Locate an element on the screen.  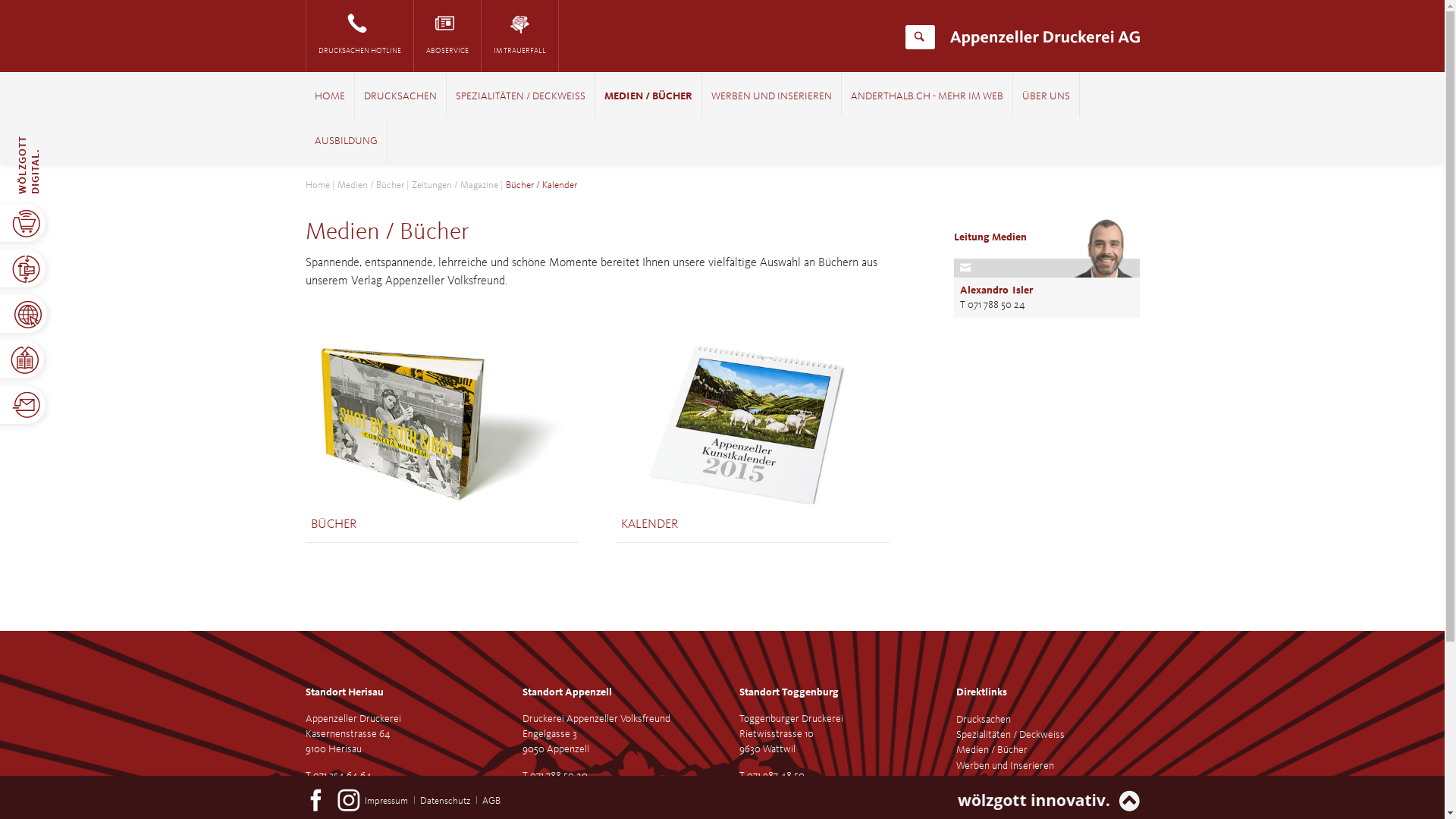
'Standort Appenzell' is located at coordinates (566, 692).